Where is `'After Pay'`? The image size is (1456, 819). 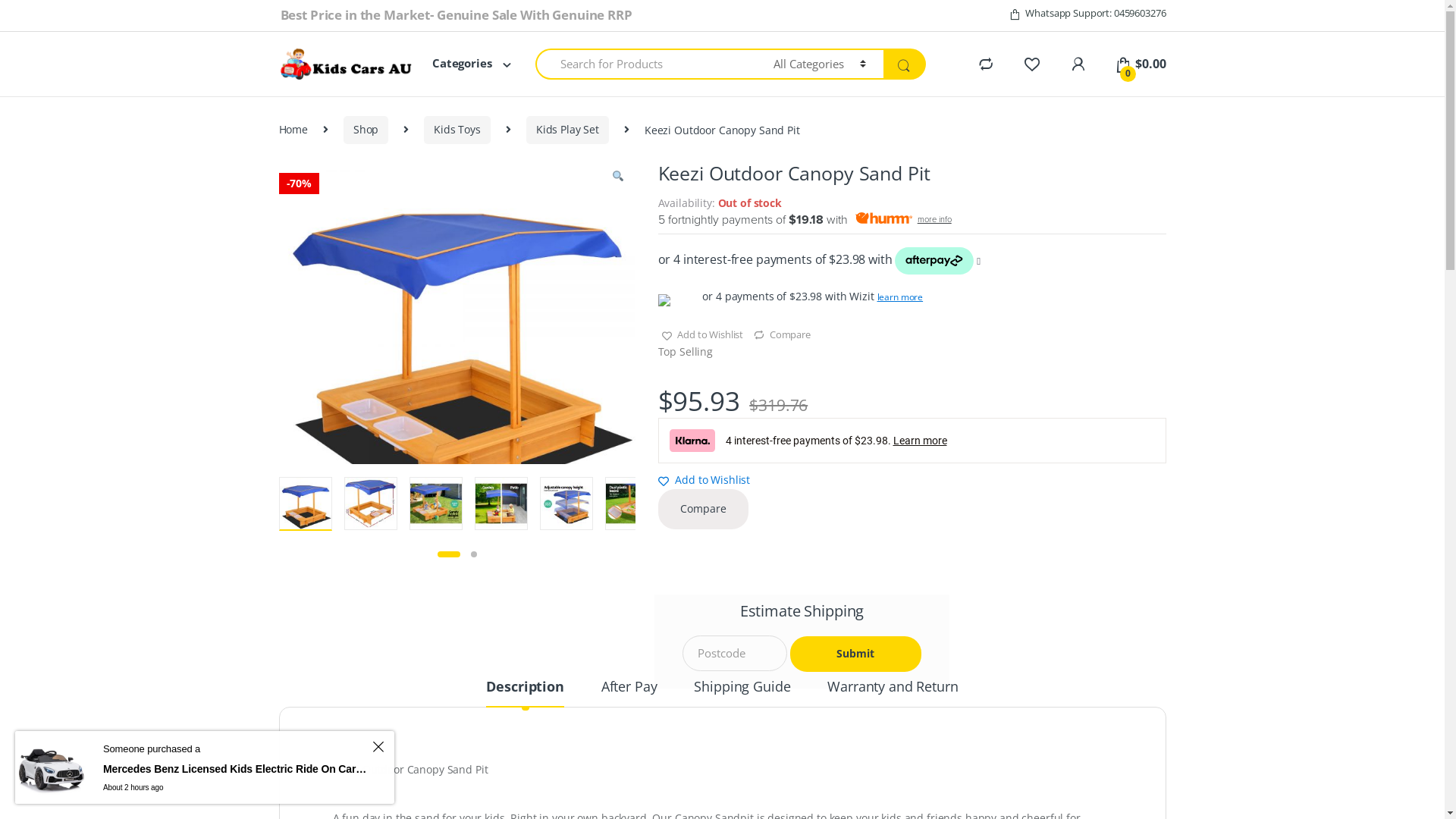 'After Pay' is located at coordinates (629, 693).